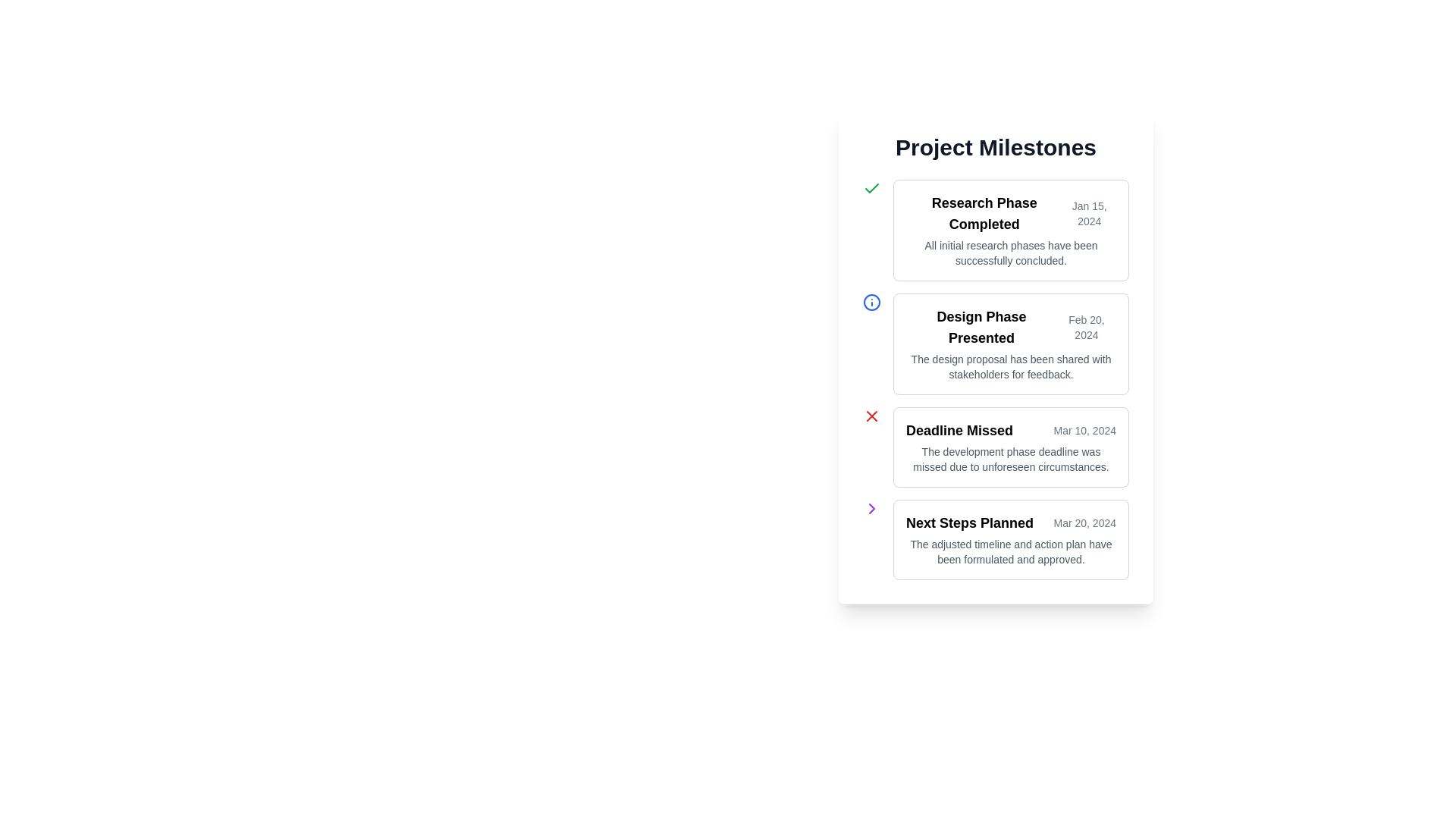 The width and height of the screenshot is (1456, 819). Describe the element at coordinates (1011, 552) in the screenshot. I see `the explanatory text label that provides details about the milestone 'Next Steps Planned,' located underneath the larger text block with the date 'Mar 20, 2024.'` at that location.